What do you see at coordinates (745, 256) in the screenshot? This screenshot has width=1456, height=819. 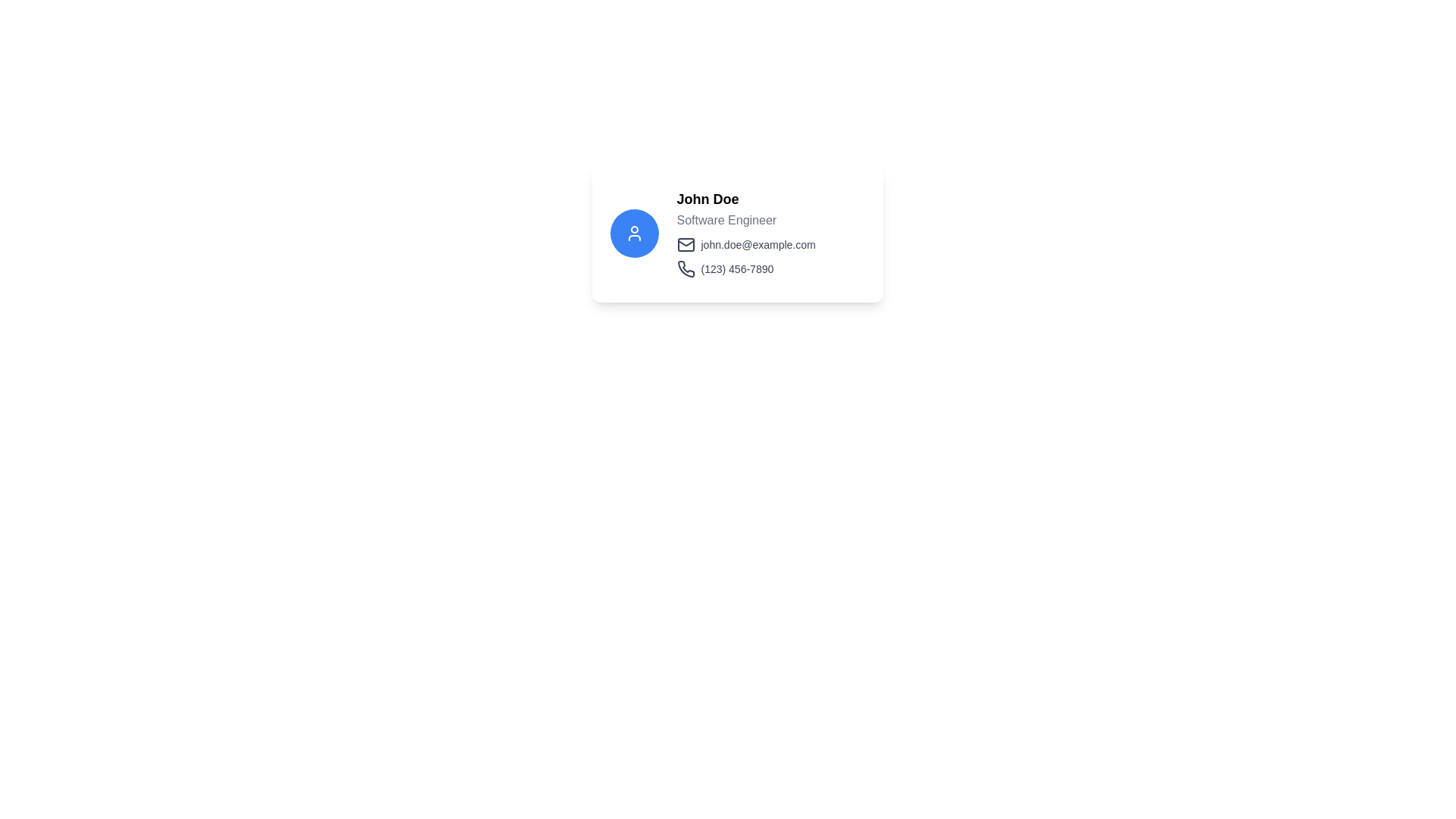 I see `the phone number '(123) 456-7890' within the contact information block` at bounding box center [745, 256].